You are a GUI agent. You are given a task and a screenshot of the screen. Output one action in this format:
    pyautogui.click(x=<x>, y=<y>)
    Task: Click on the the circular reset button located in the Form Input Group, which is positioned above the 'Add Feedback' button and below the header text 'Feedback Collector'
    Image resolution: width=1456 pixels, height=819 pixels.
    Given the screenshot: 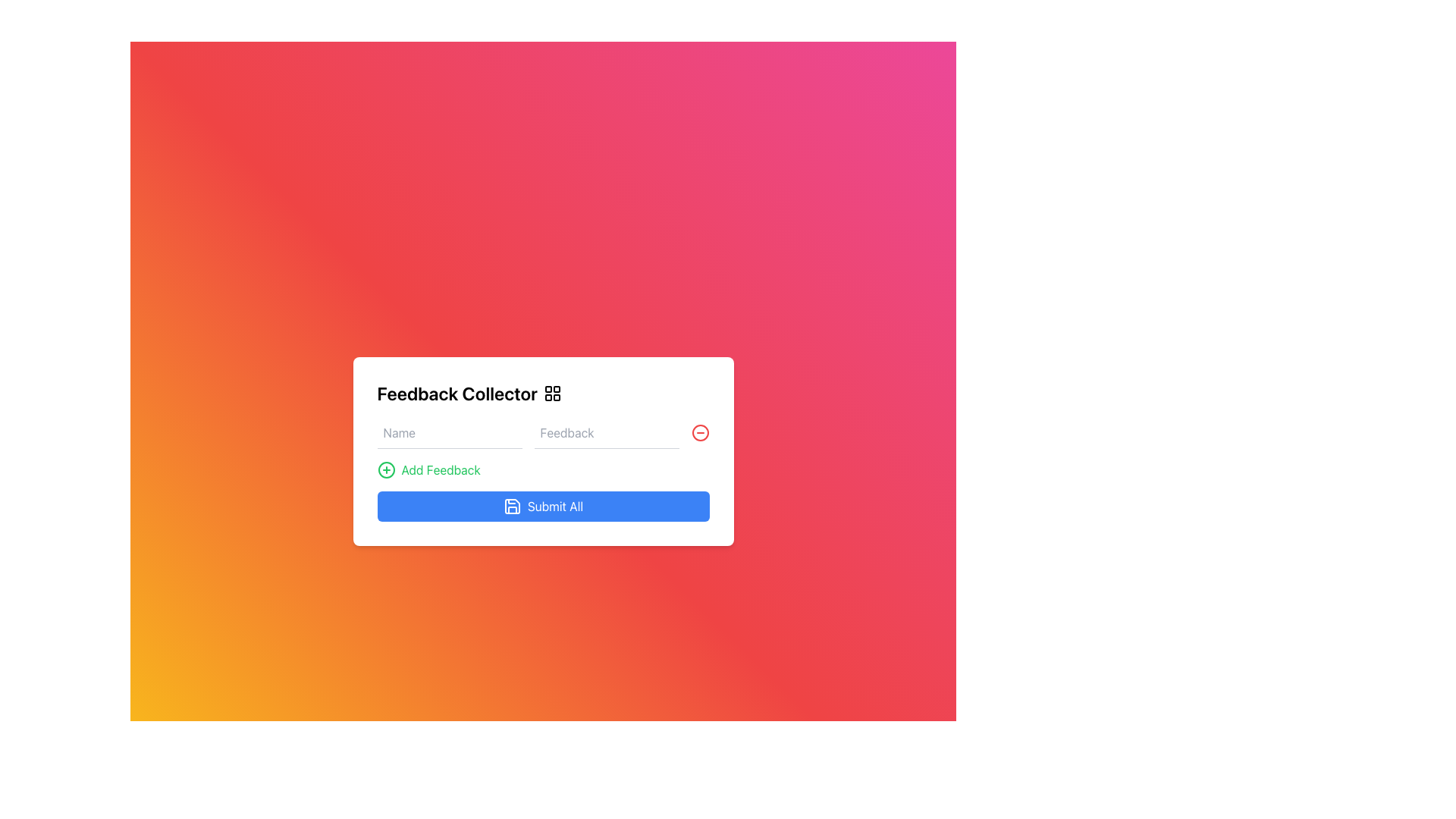 What is the action you would take?
    pyautogui.click(x=543, y=432)
    